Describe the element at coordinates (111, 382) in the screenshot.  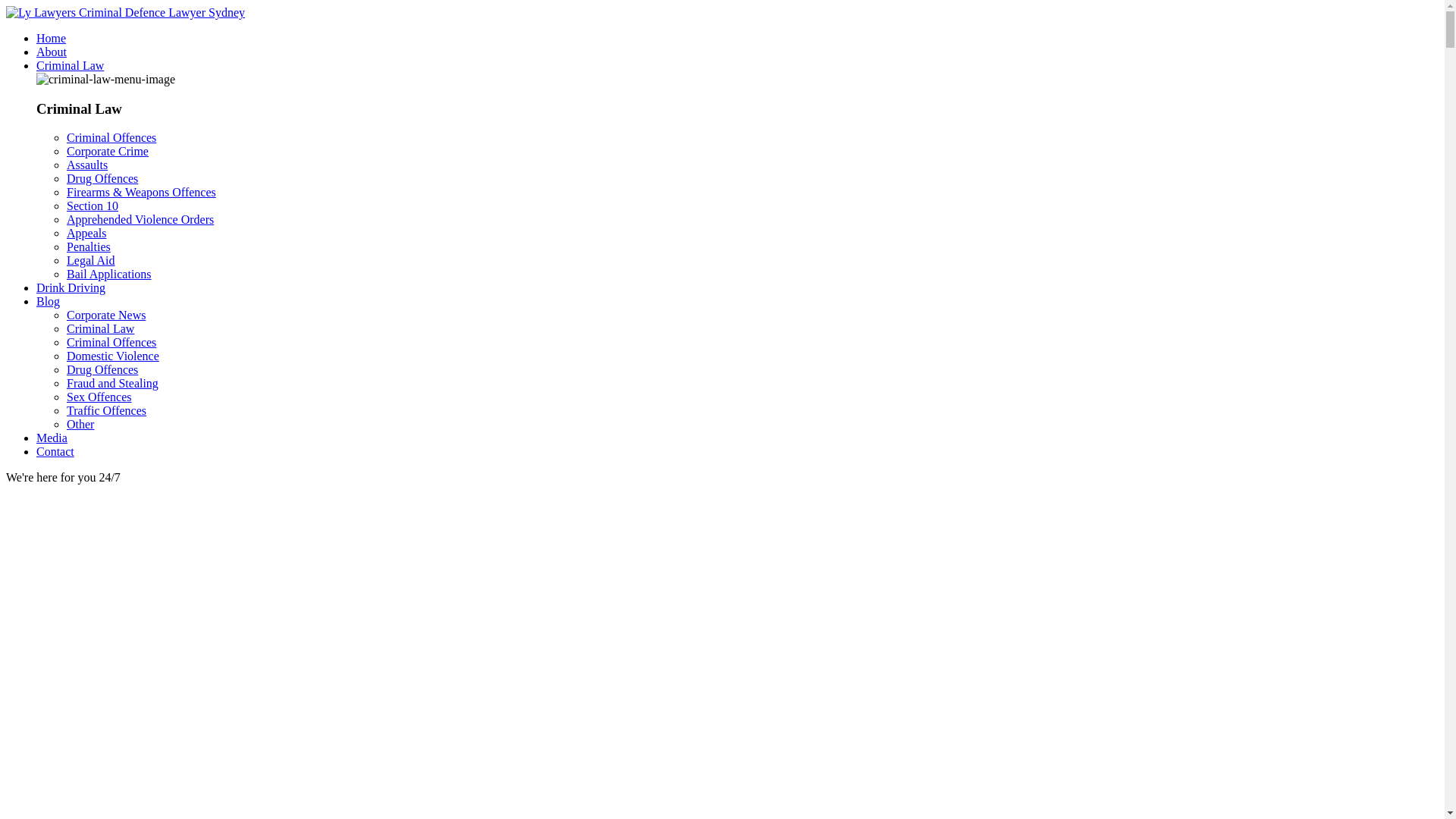
I see `'Fraud and Stealing'` at that location.